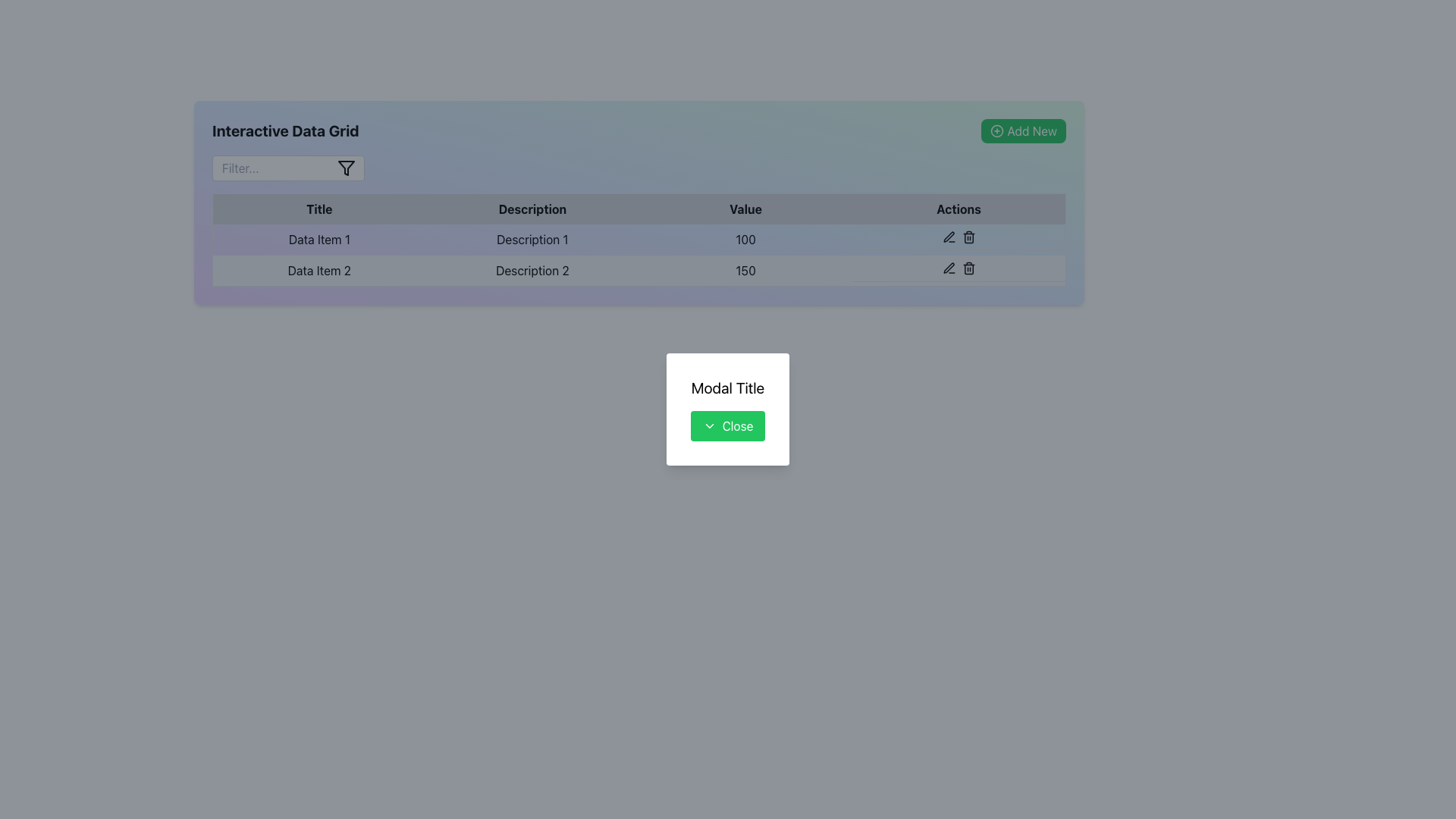 The image size is (1456, 819). Describe the element at coordinates (968, 267) in the screenshot. I see `the trash can icon button in the 'Actions' column of the second row in the data table, which indicates a delete action` at that location.